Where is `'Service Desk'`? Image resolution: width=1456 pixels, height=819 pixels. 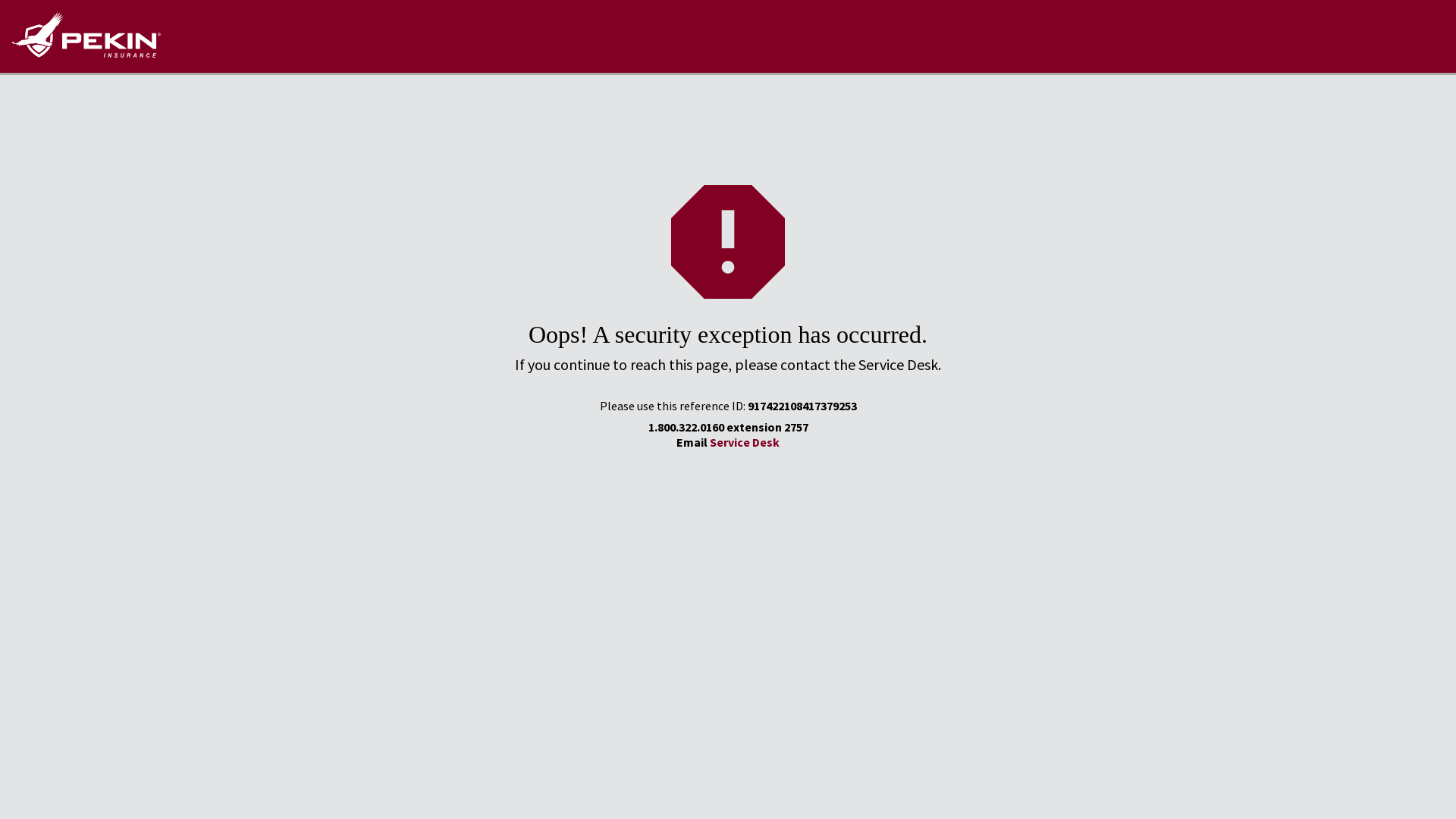
'Service Desk' is located at coordinates (745, 441).